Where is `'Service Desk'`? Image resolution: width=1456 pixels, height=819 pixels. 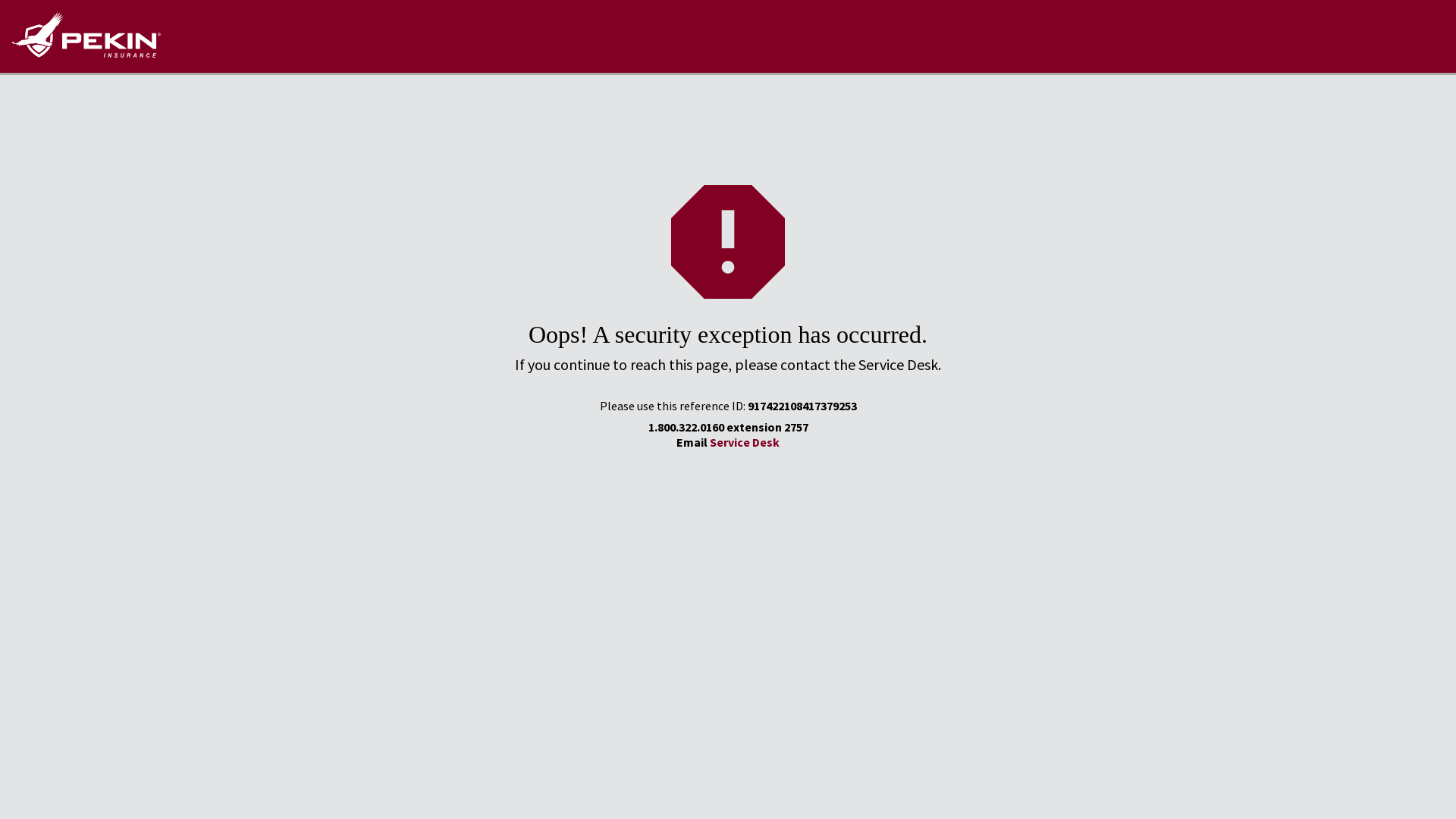
'Service Desk' is located at coordinates (745, 441).